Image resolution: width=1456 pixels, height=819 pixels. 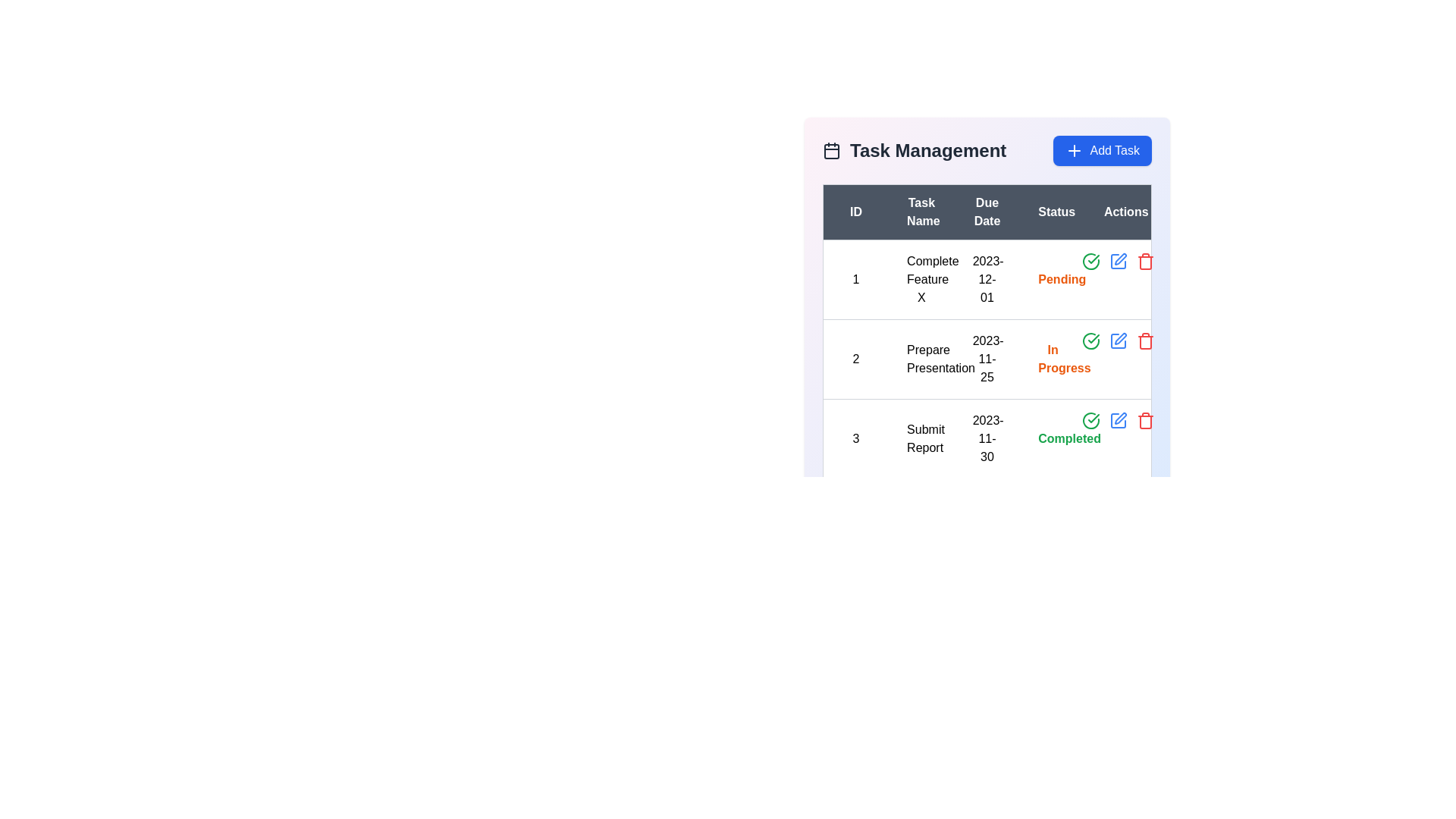 I want to click on the red trash can icon located in the Actions column of the last cell for each row in the data table to change its color, so click(x=1145, y=260).